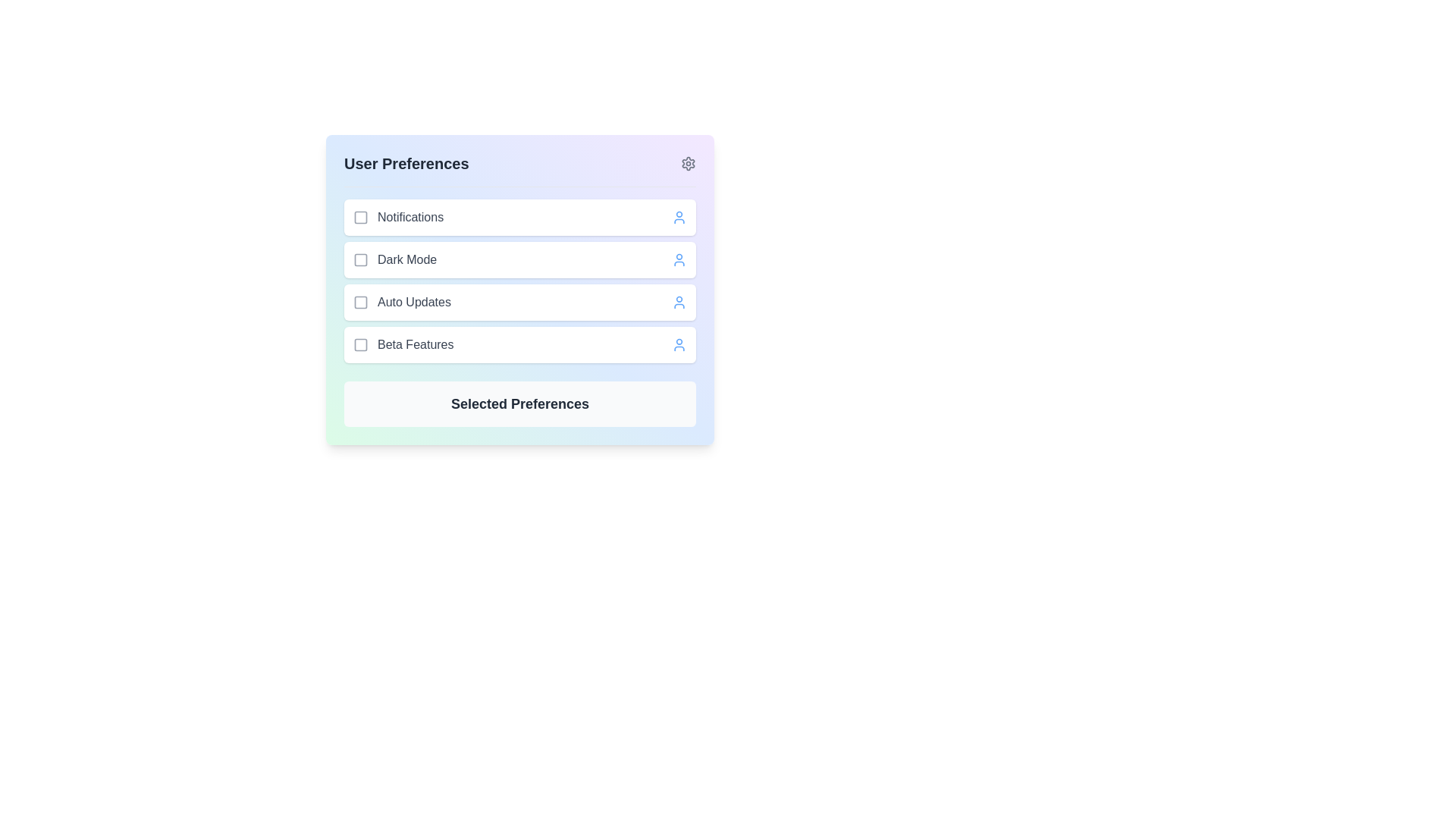  What do you see at coordinates (402, 302) in the screenshot?
I see `the checkbox next to the 'Auto Updates' label` at bounding box center [402, 302].